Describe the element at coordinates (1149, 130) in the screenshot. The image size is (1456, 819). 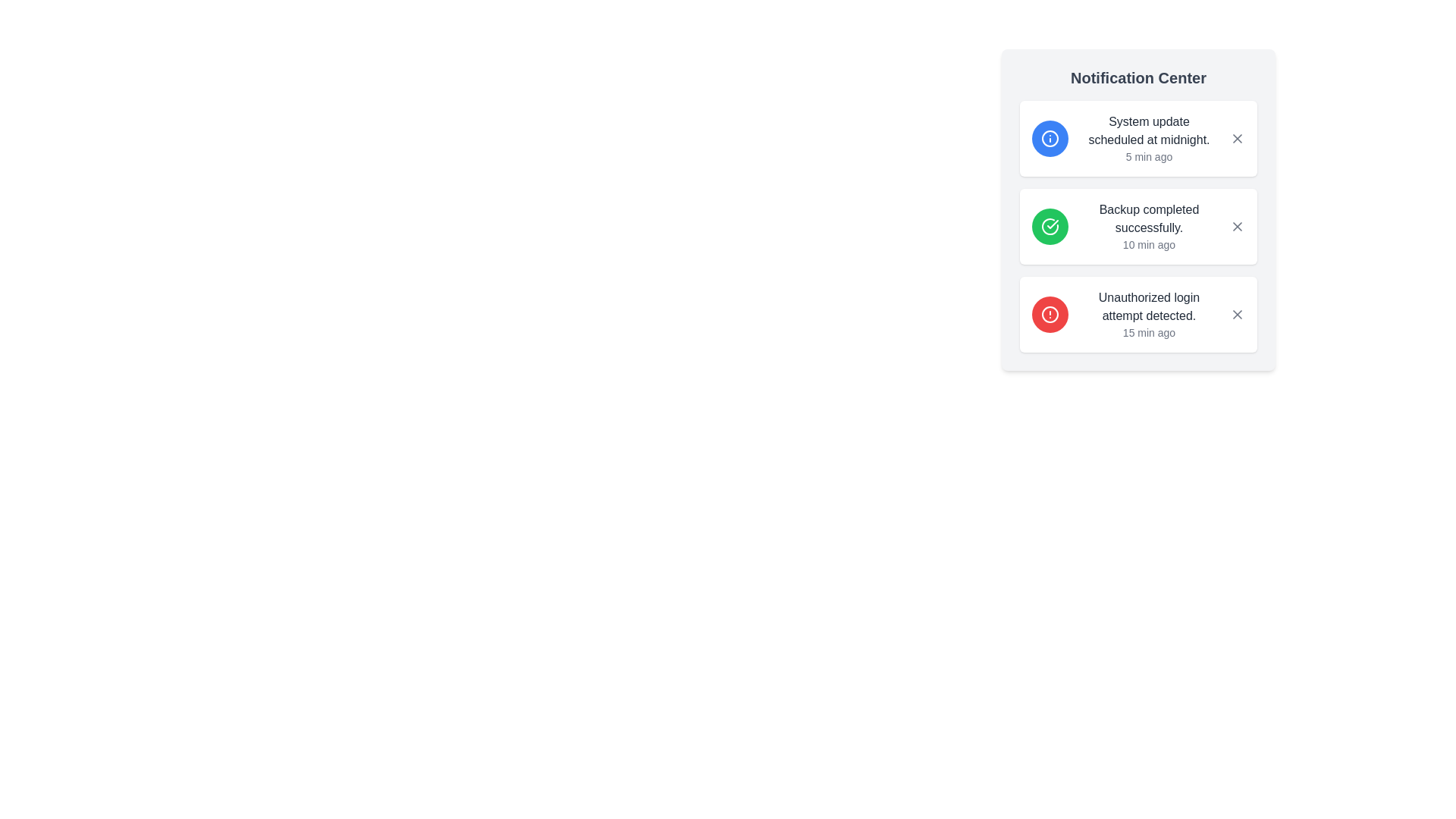
I see `the static text element displaying 'System update scheduled at midnight.' located in the Notification Center` at that location.